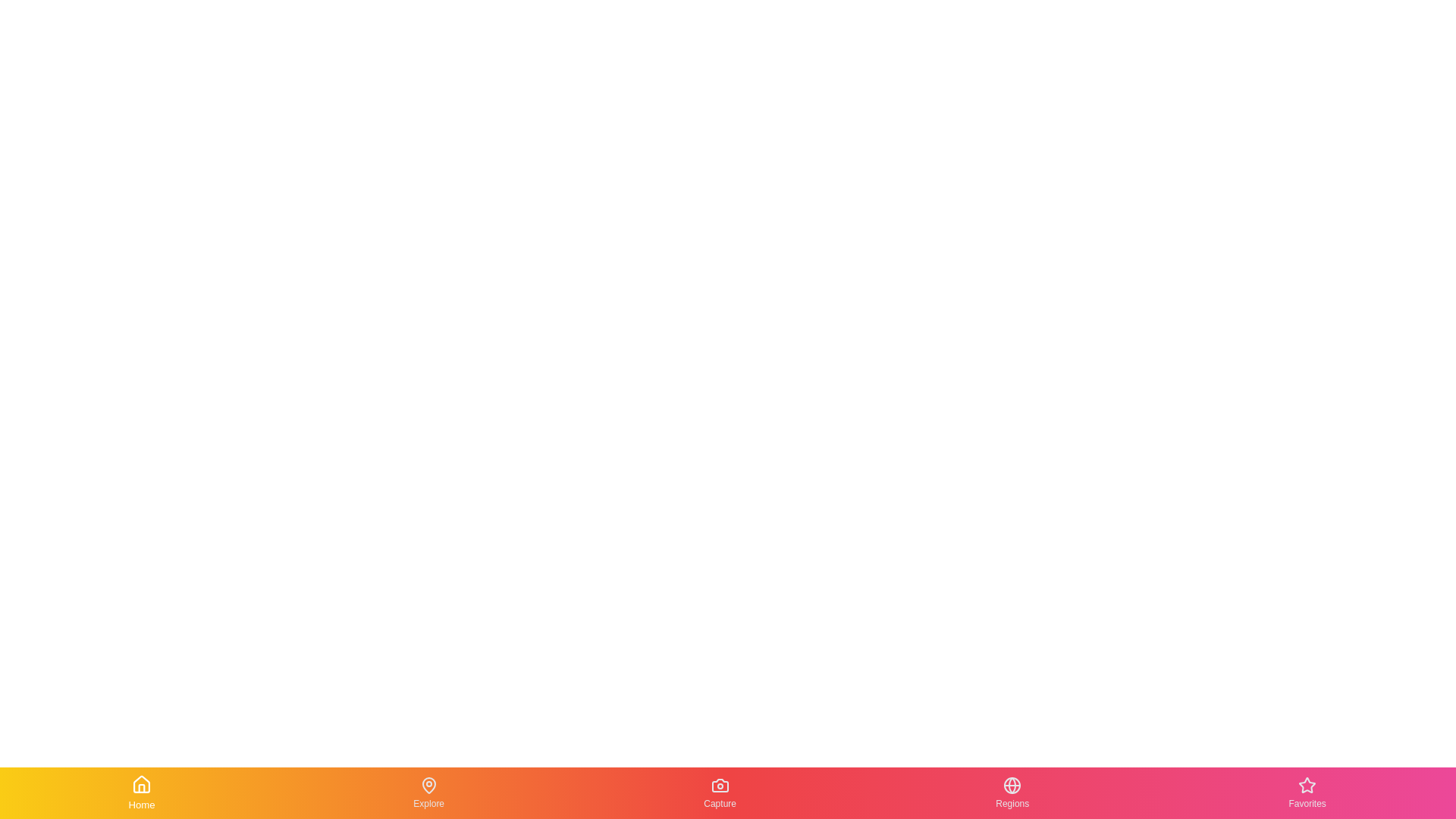 The image size is (1456, 819). Describe the element at coordinates (428, 792) in the screenshot. I see `the tab labeled Explore to preview its tooltip` at that location.